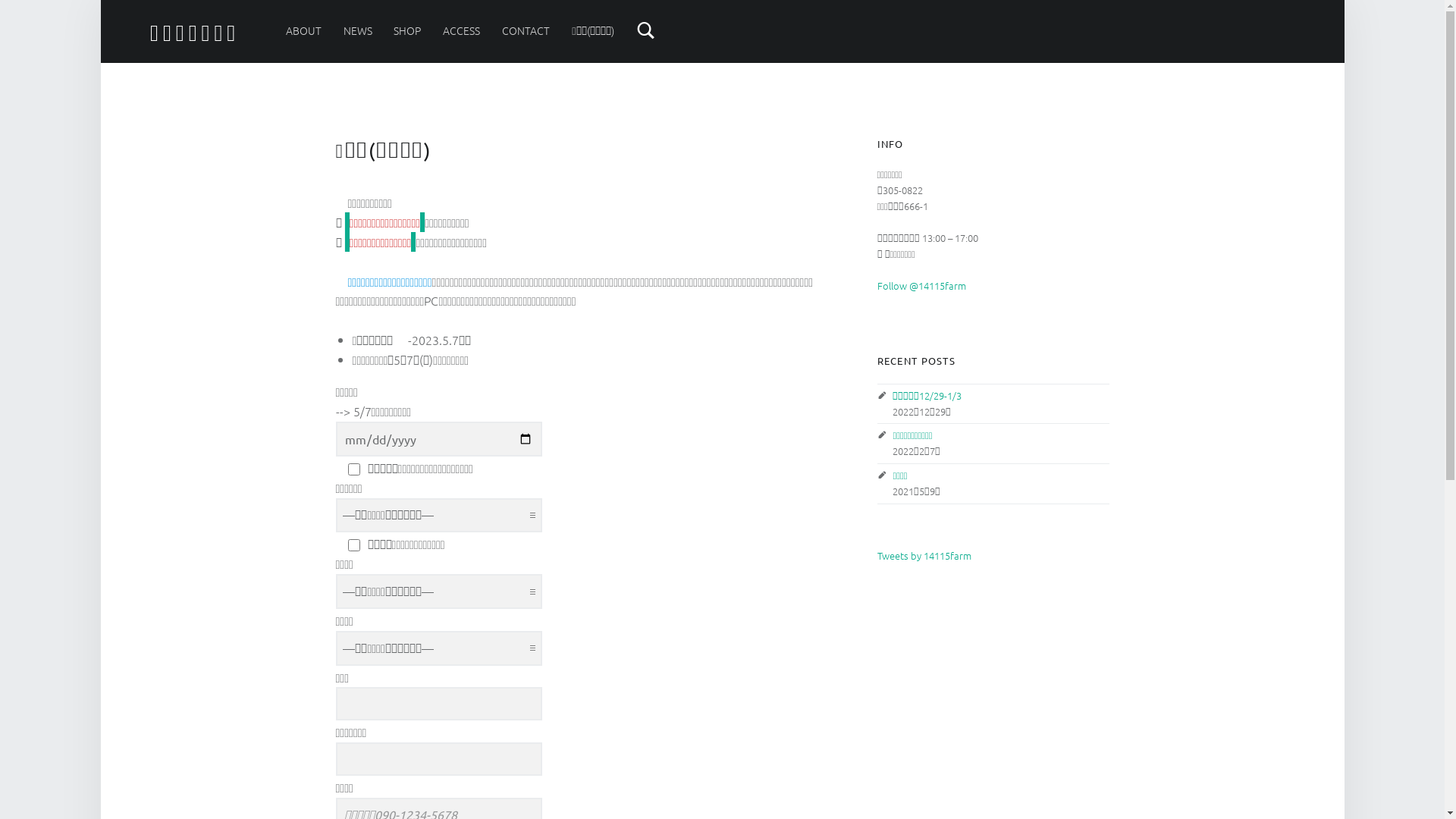  Describe the element at coordinates (460, 30) in the screenshot. I see `'ACCESS'` at that location.